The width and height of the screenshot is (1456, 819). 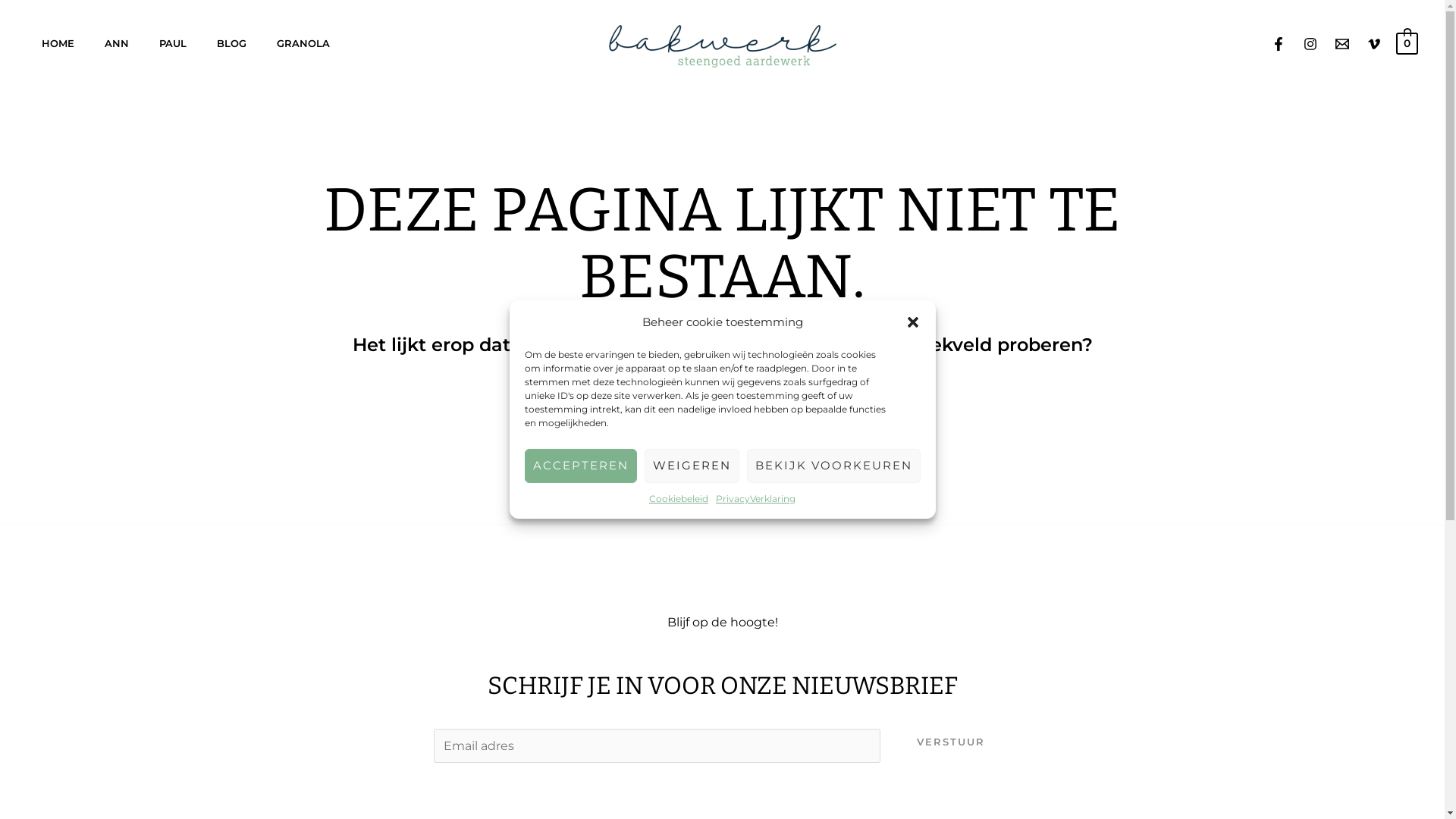 What do you see at coordinates (949, 741) in the screenshot?
I see `'VERSTUUR'` at bounding box center [949, 741].